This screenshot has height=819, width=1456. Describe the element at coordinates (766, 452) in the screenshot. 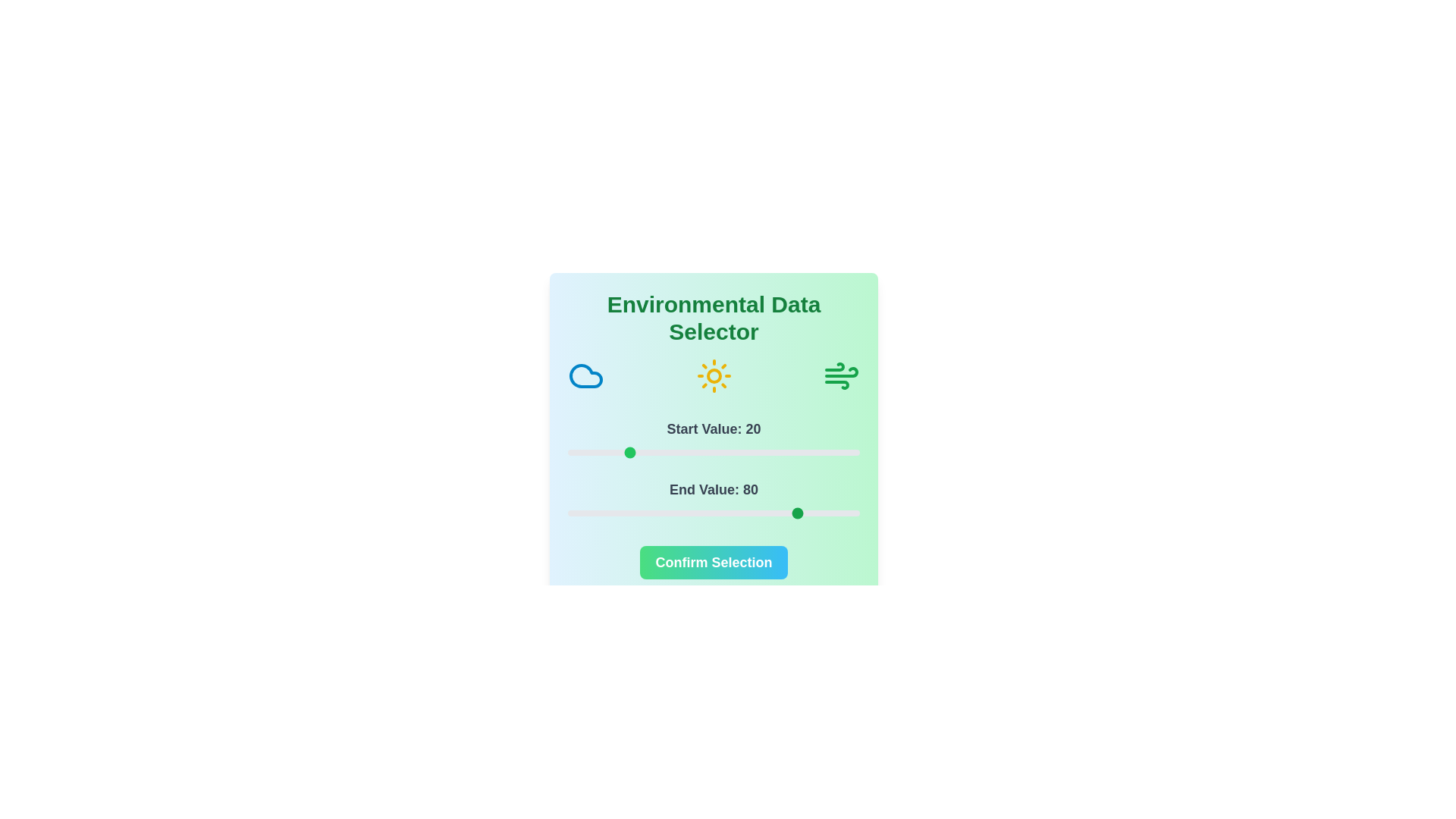

I see `the start value on the slider` at that location.